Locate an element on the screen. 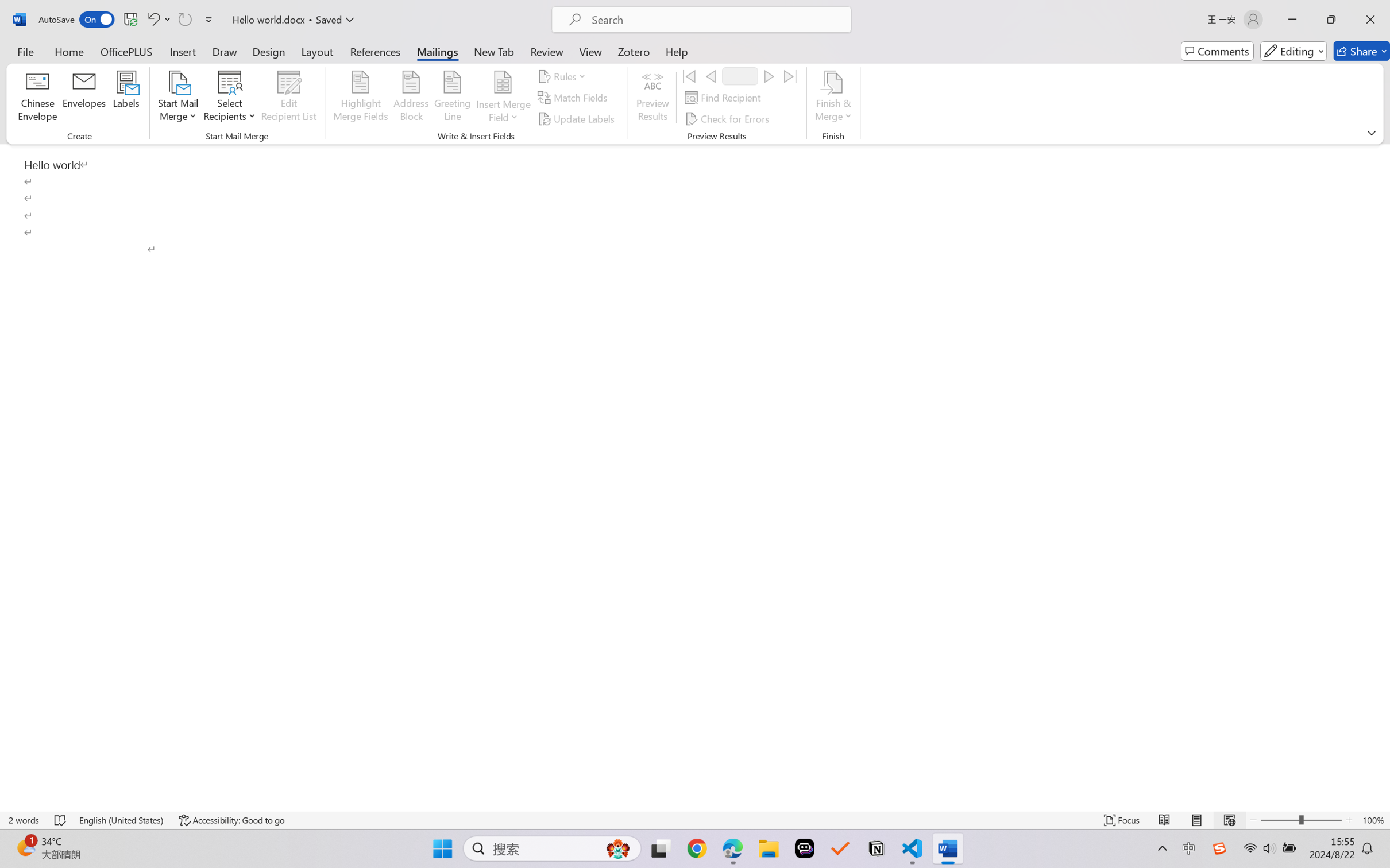 Image resolution: width=1390 pixels, height=868 pixels. 'Web Layout' is located at coordinates (1229, 820).